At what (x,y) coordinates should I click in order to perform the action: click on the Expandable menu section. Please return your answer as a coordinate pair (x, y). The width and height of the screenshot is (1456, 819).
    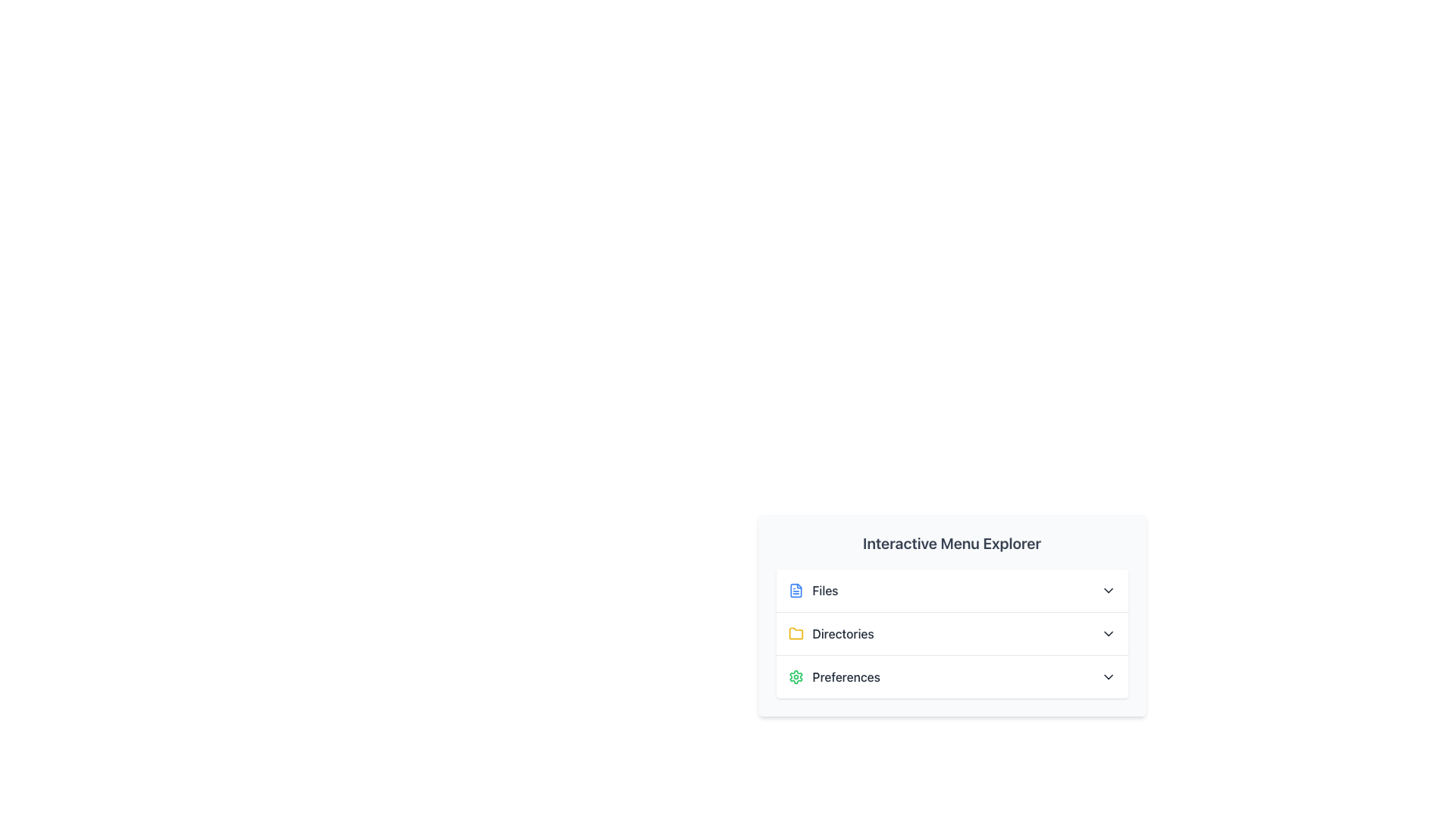
    Looking at the image, I should click on (951, 616).